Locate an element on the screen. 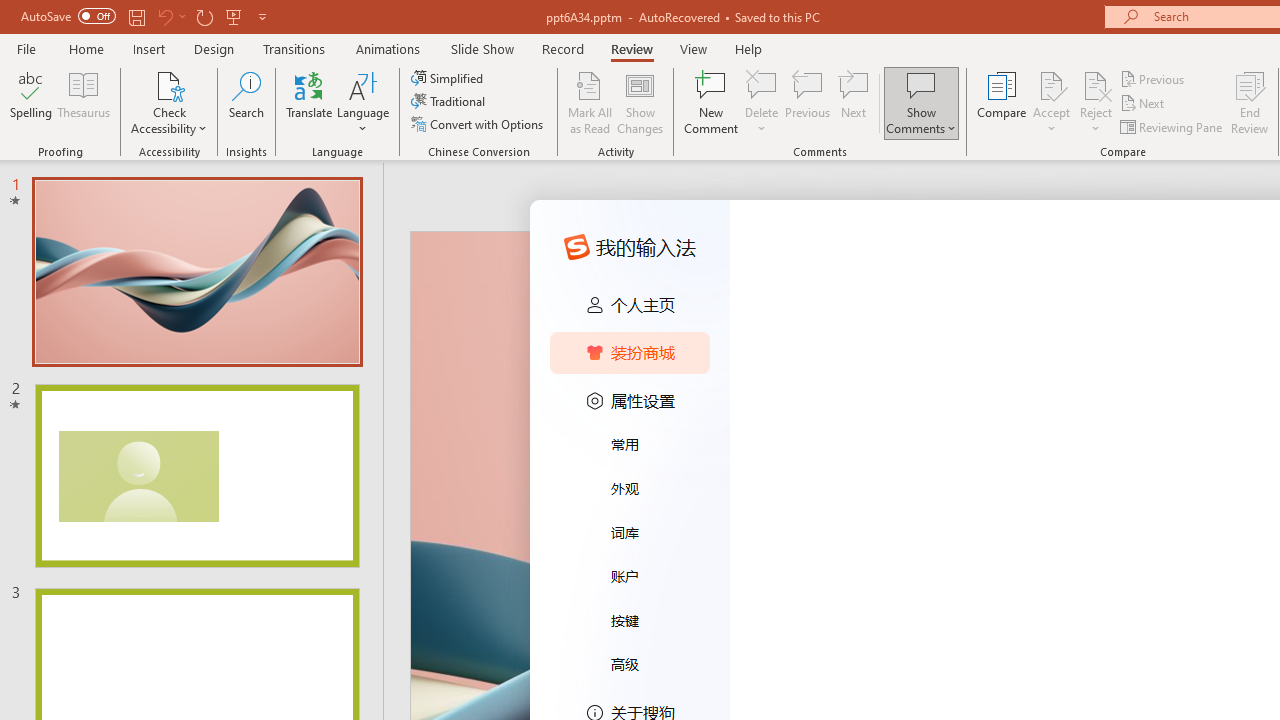 The image size is (1280, 720). 'Thesaurus...' is located at coordinates (82, 103).